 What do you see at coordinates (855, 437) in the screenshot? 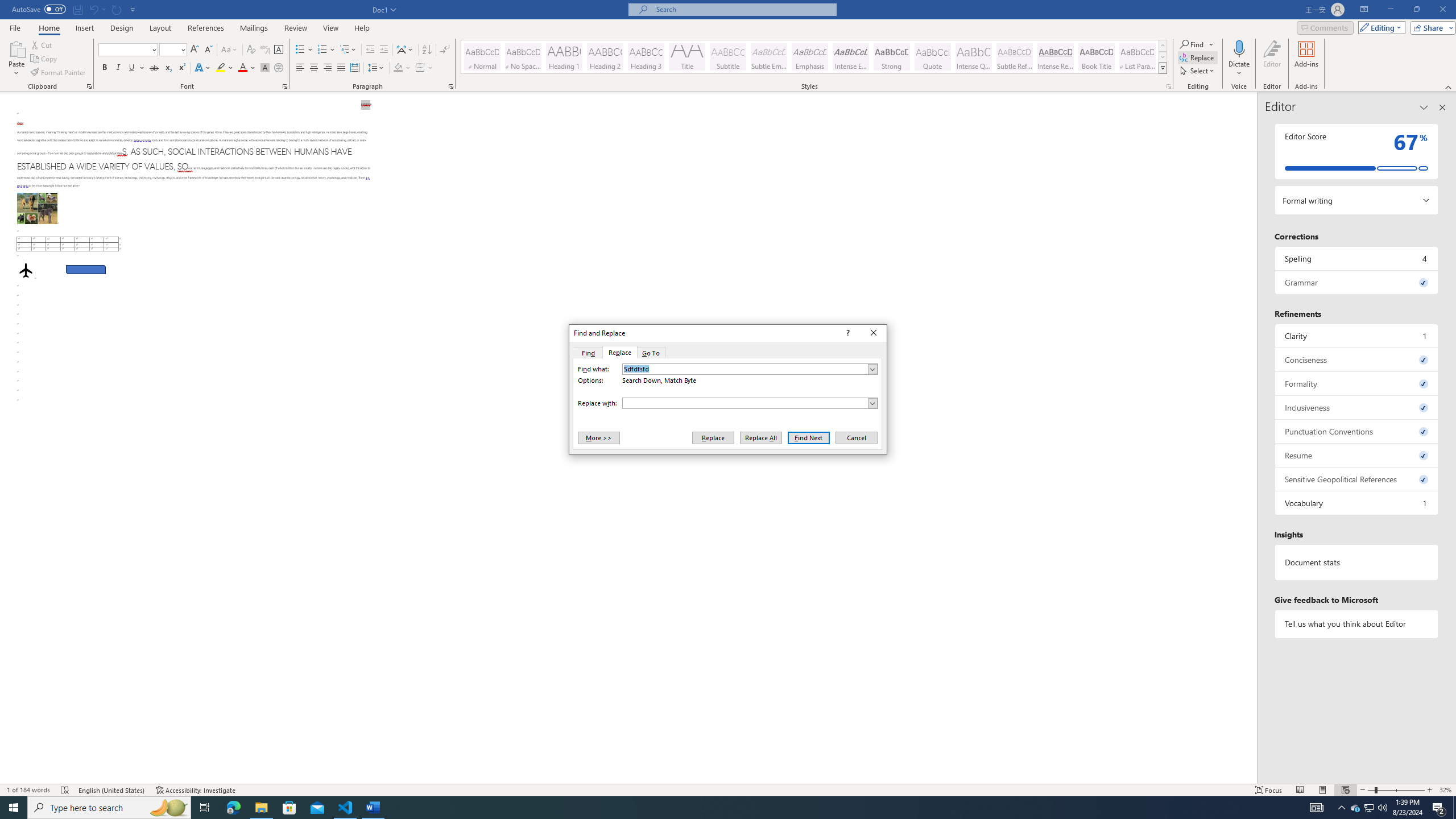
I see `'Cancel'` at bounding box center [855, 437].